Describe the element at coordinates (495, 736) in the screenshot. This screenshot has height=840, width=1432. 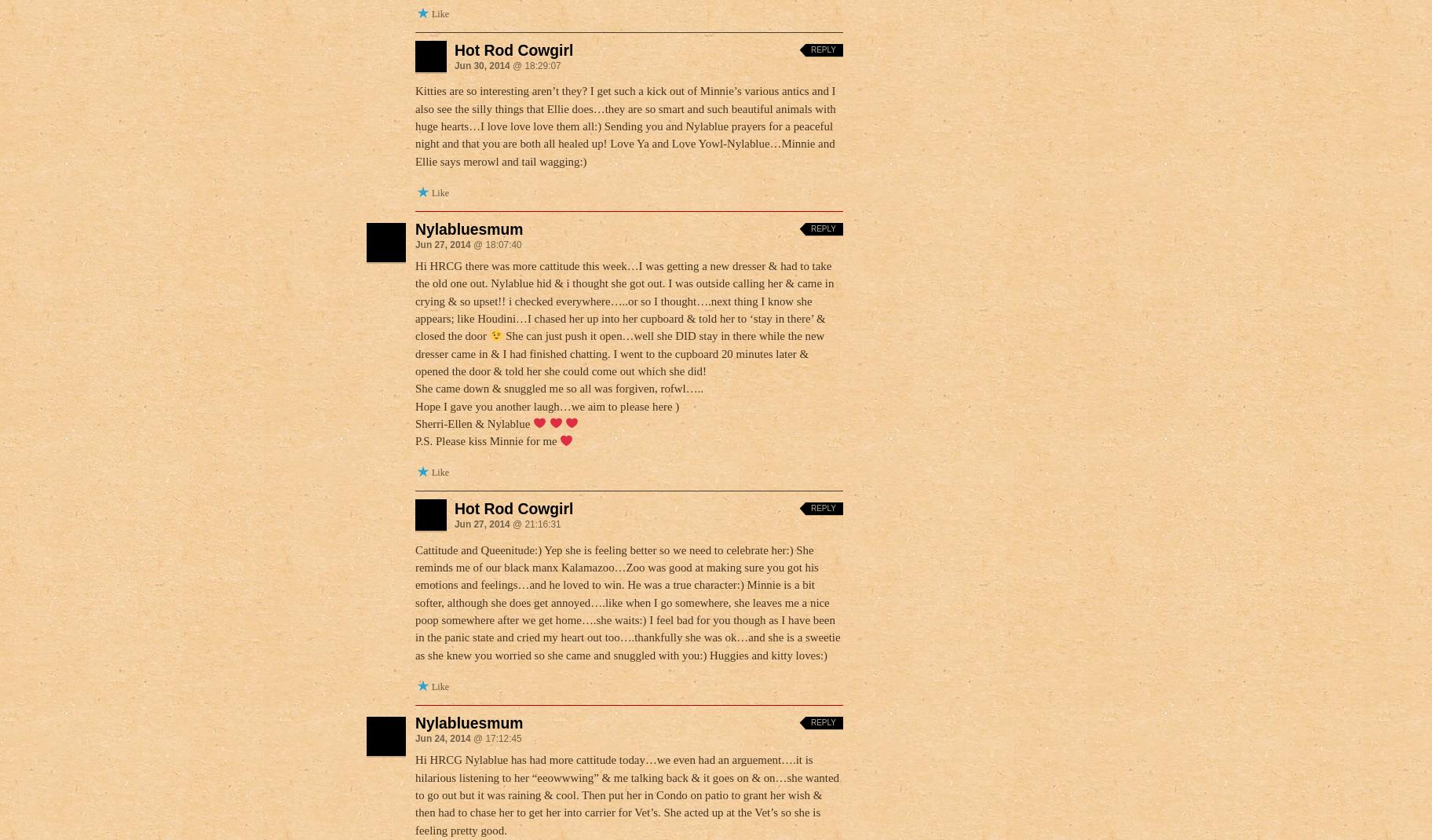
I see `'@ 17:12:45'` at that location.